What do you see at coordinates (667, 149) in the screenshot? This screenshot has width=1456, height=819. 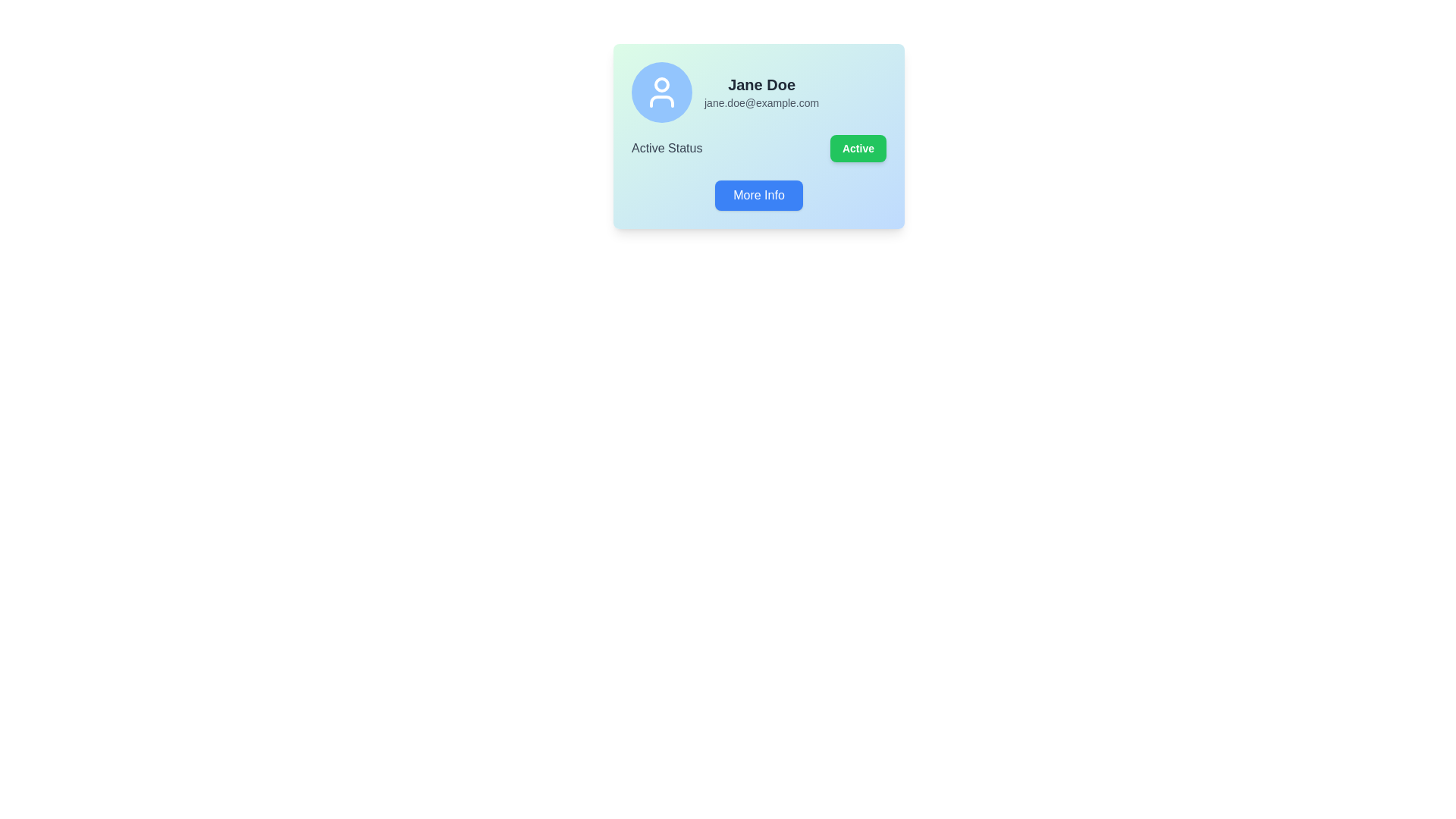 I see `label 'Active Status' which is displayed in a medium-bold gray-colored font, positioned to the left of the green button labeled 'Active'` at bounding box center [667, 149].